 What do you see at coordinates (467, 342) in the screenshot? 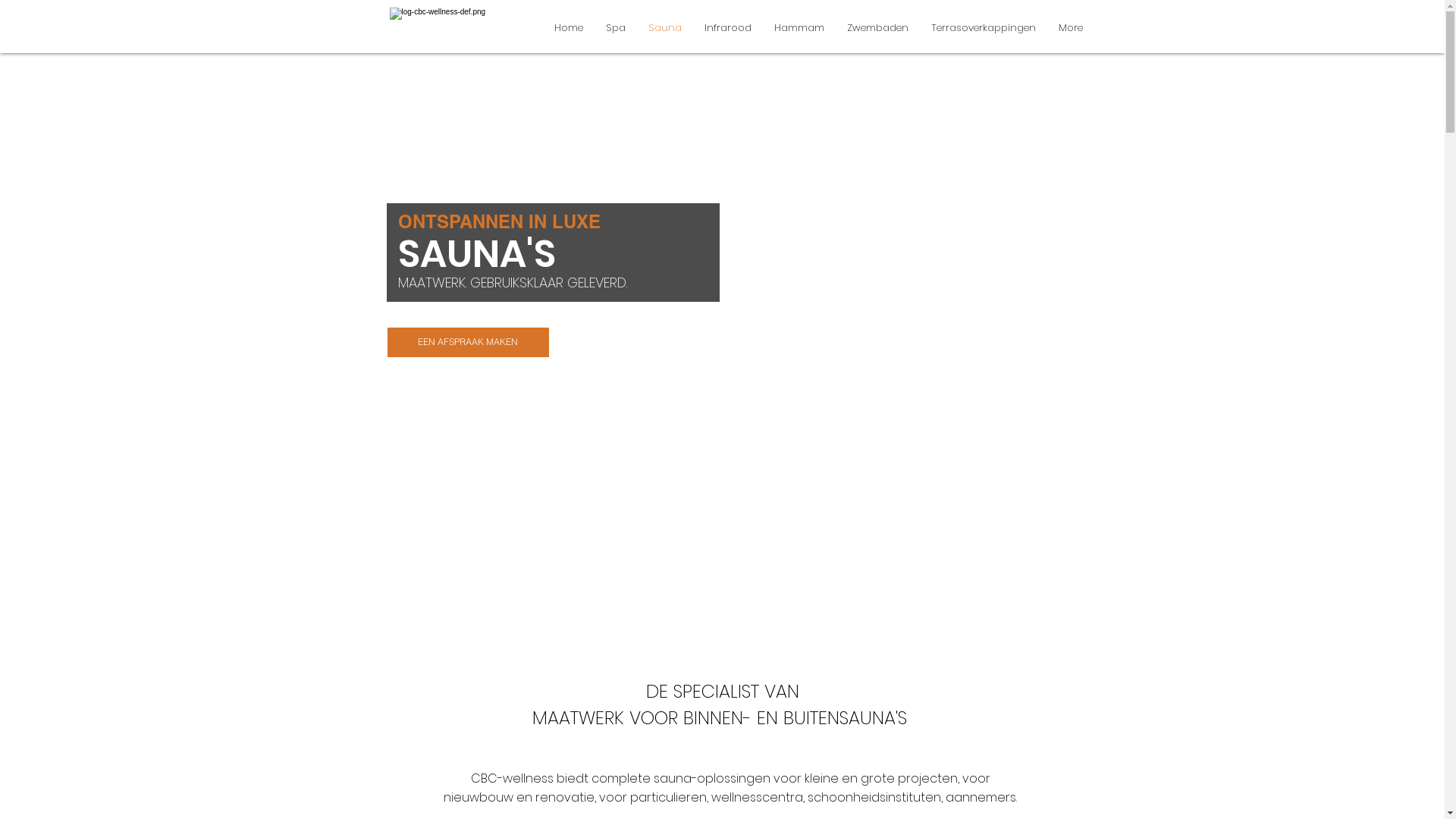
I see `'EEN AFSPRAAK MAKEN'` at bounding box center [467, 342].